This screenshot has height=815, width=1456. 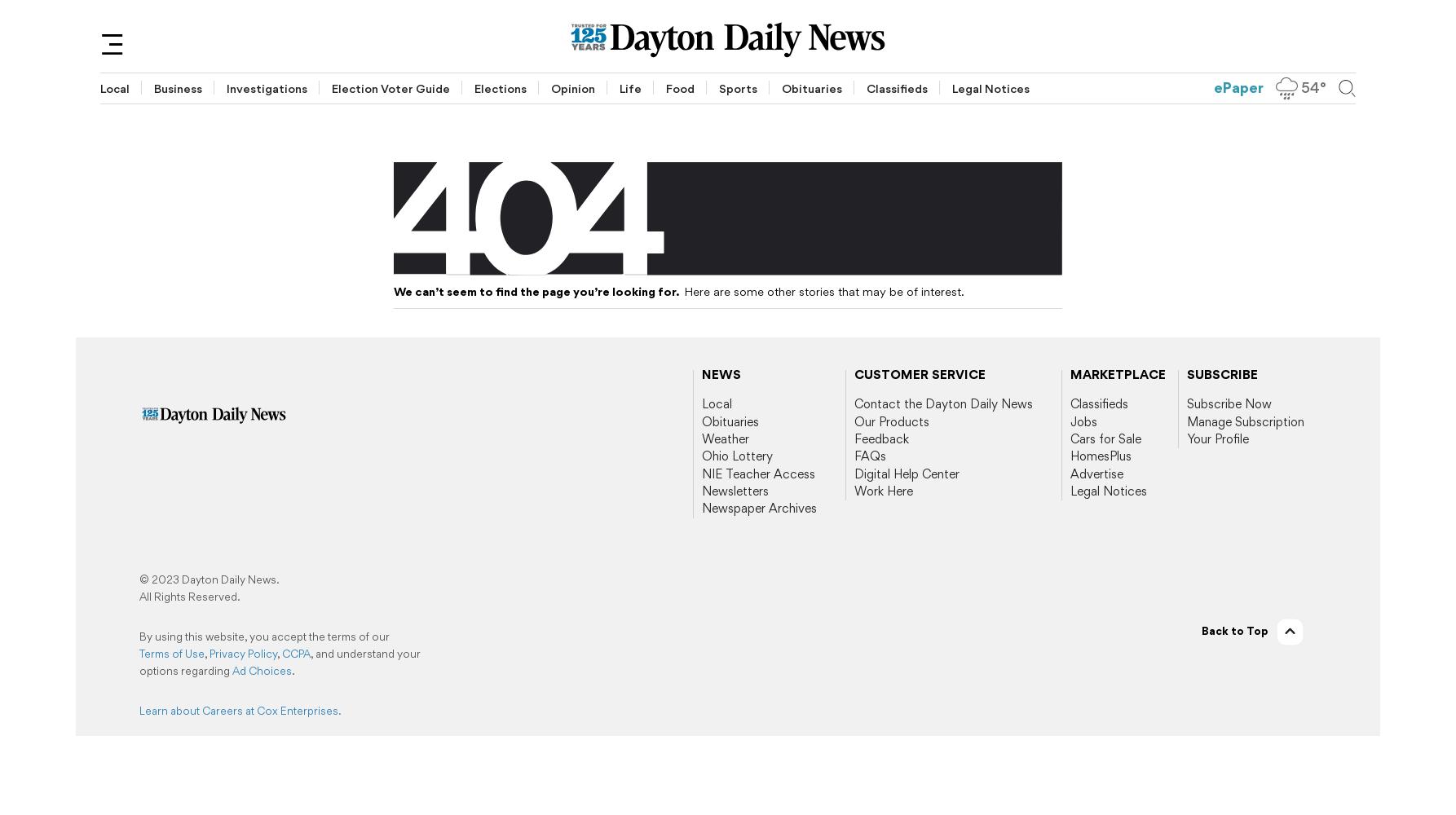 What do you see at coordinates (942, 403) in the screenshot?
I see `'Contact the Dayton Daily News'` at bounding box center [942, 403].